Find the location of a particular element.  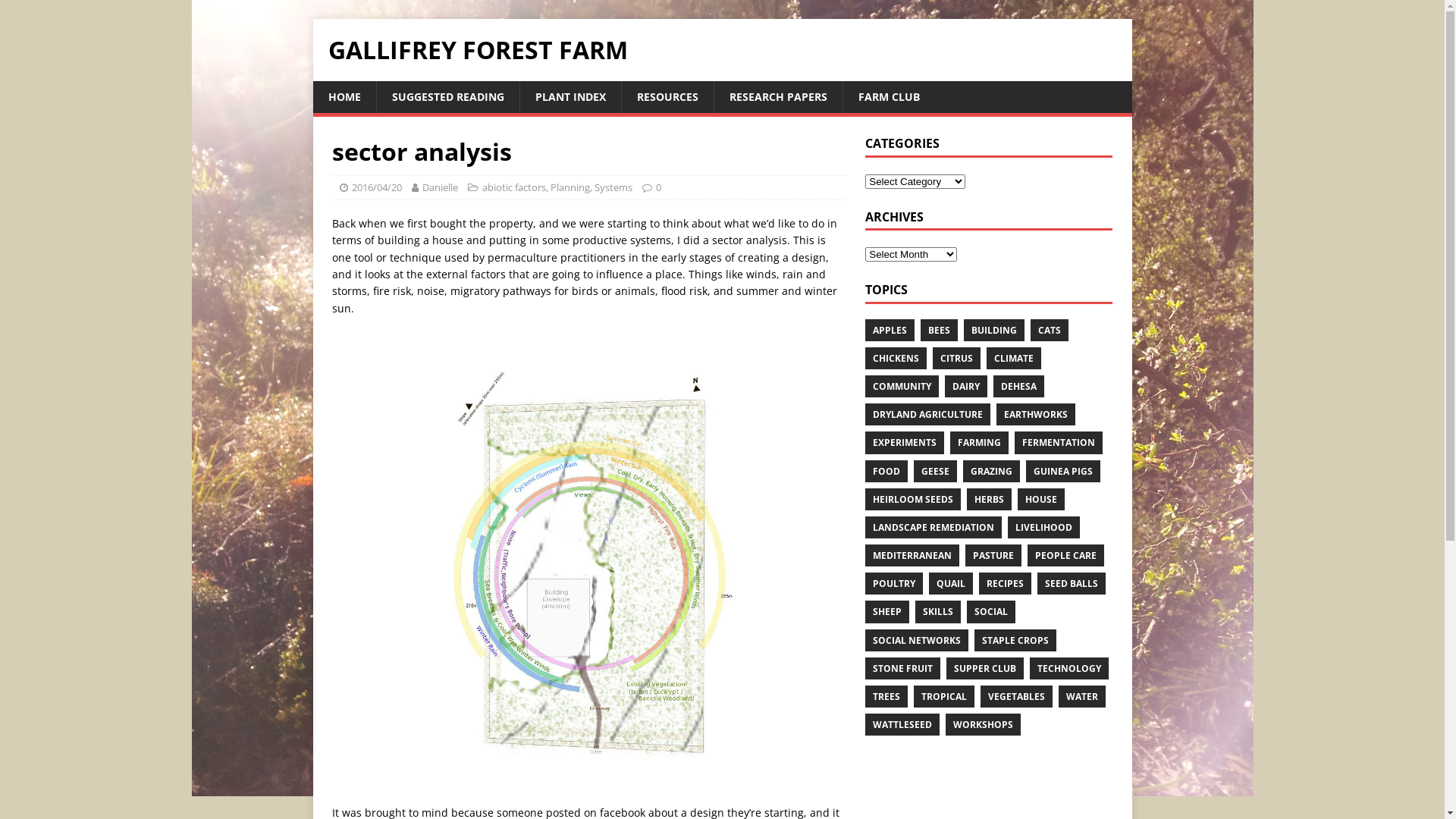

'APPLES' is located at coordinates (865, 329).